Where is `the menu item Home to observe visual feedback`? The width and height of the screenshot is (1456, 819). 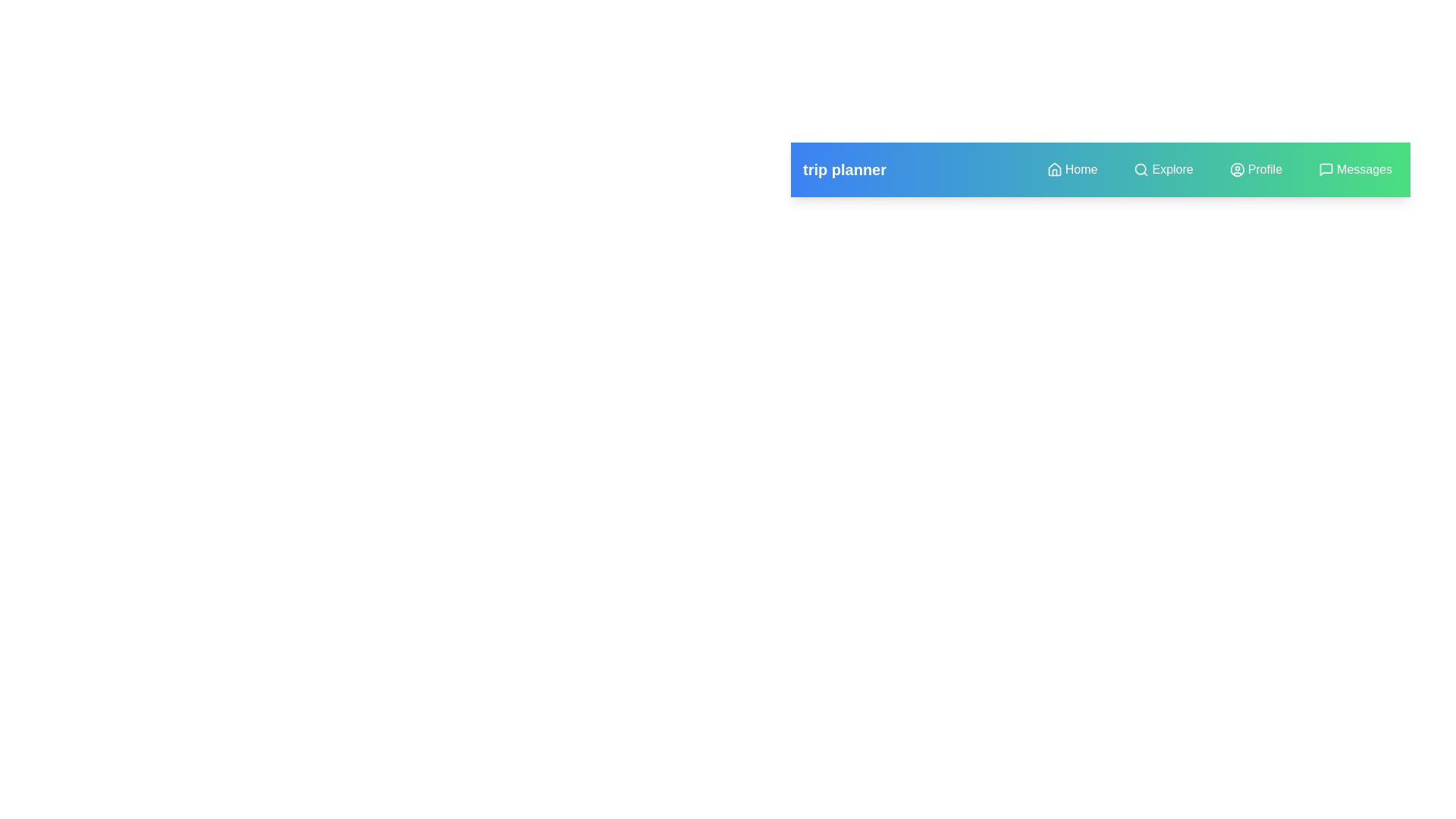
the menu item Home to observe visual feedback is located at coordinates (1072, 169).